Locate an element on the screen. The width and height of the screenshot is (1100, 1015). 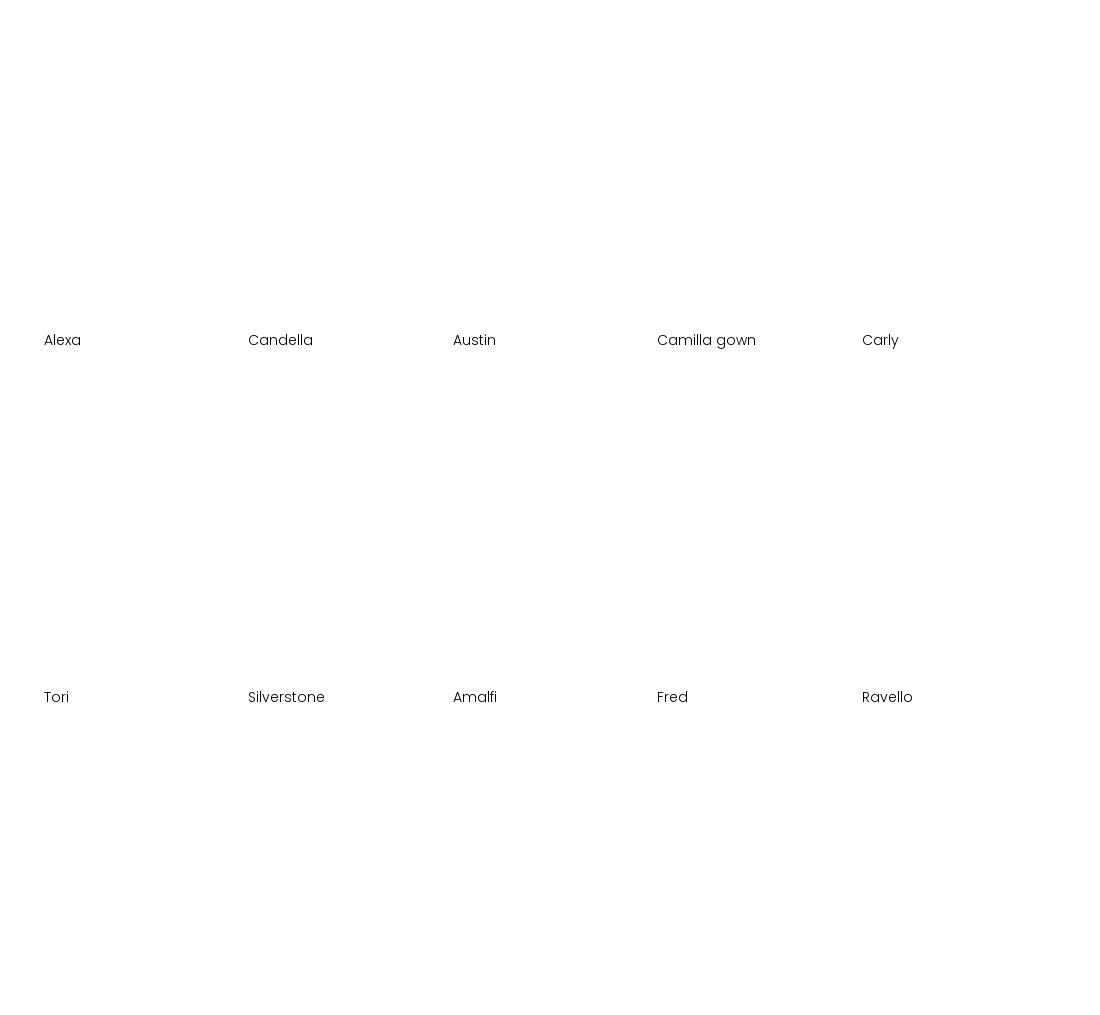
'Carly' is located at coordinates (879, 338).